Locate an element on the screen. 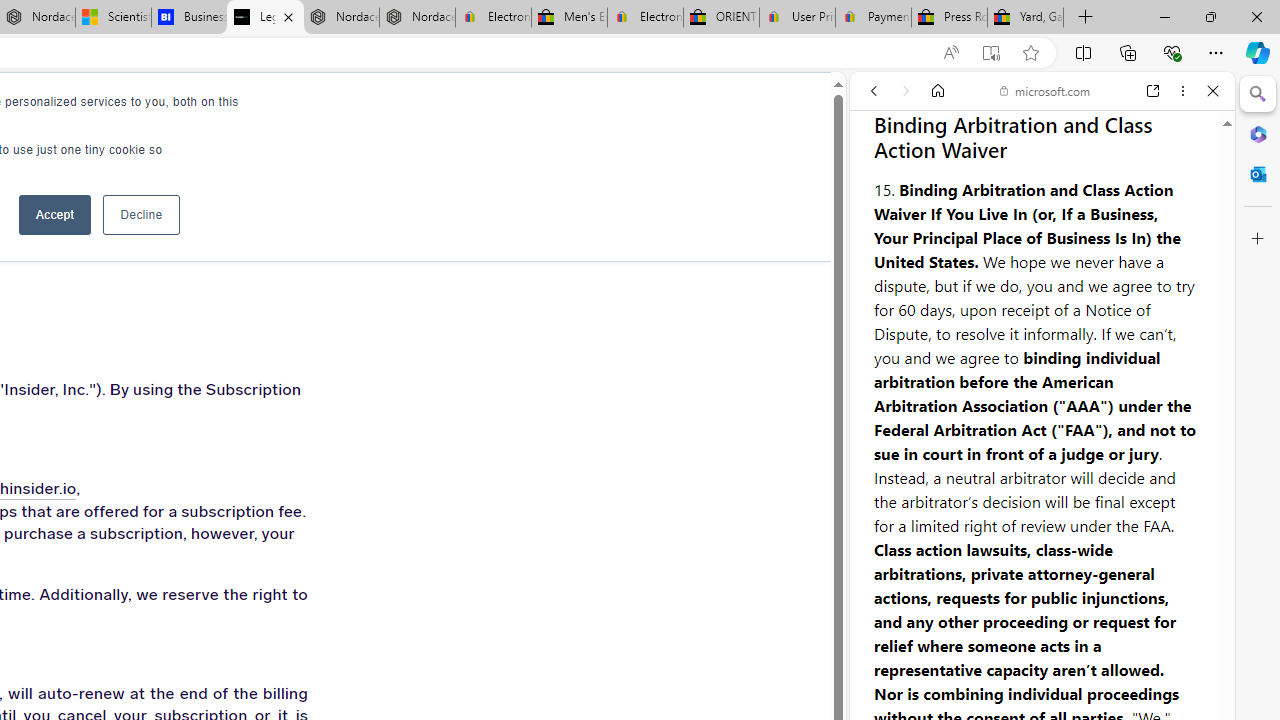 The height and width of the screenshot is (720, 1280). 'Web scope' is located at coordinates (881, 180).